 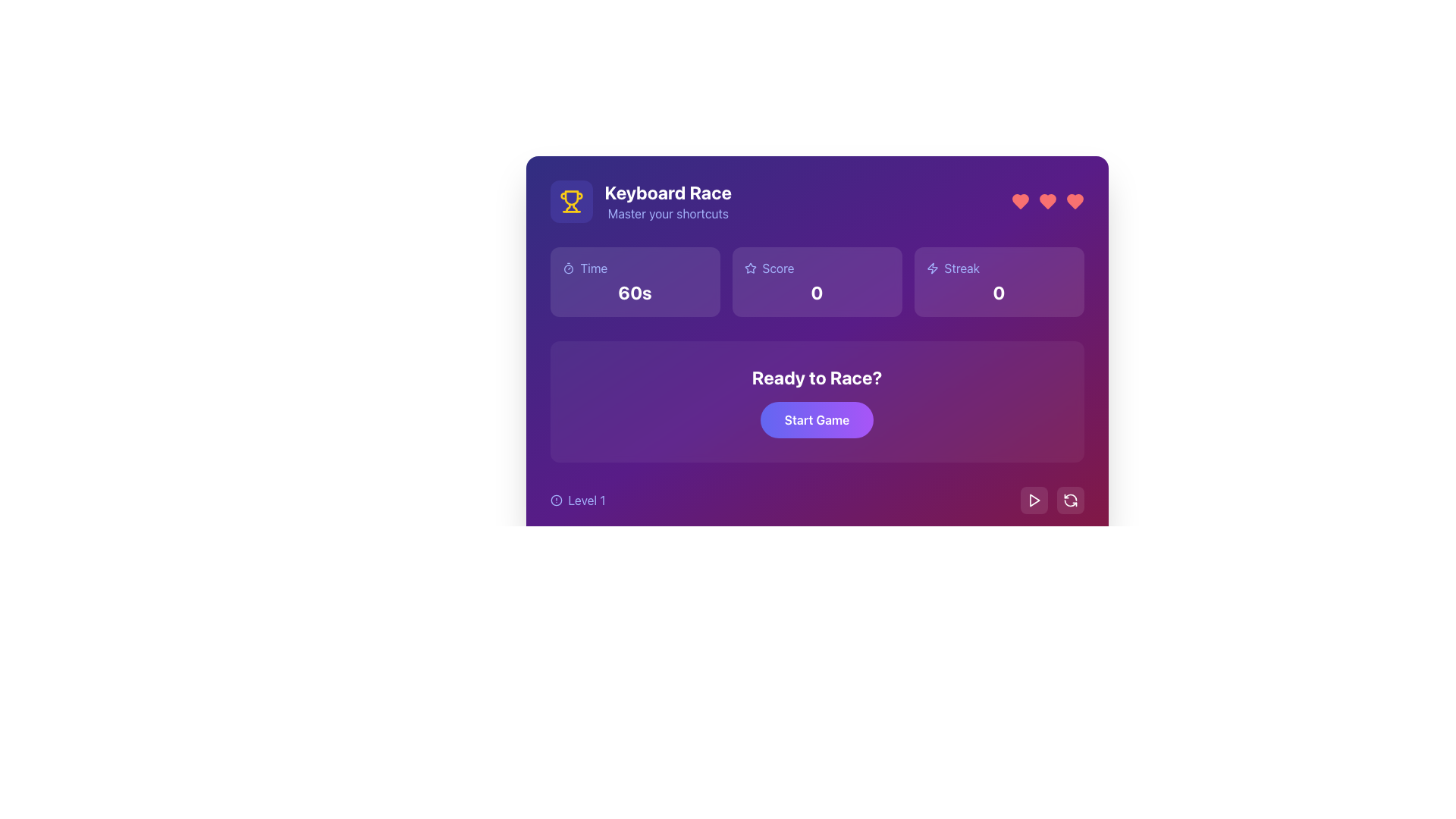 What do you see at coordinates (999, 281) in the screenshot?
I see `informational card that displays the current streak value in the game interface for contextual data` at bounding box center [999, 281].